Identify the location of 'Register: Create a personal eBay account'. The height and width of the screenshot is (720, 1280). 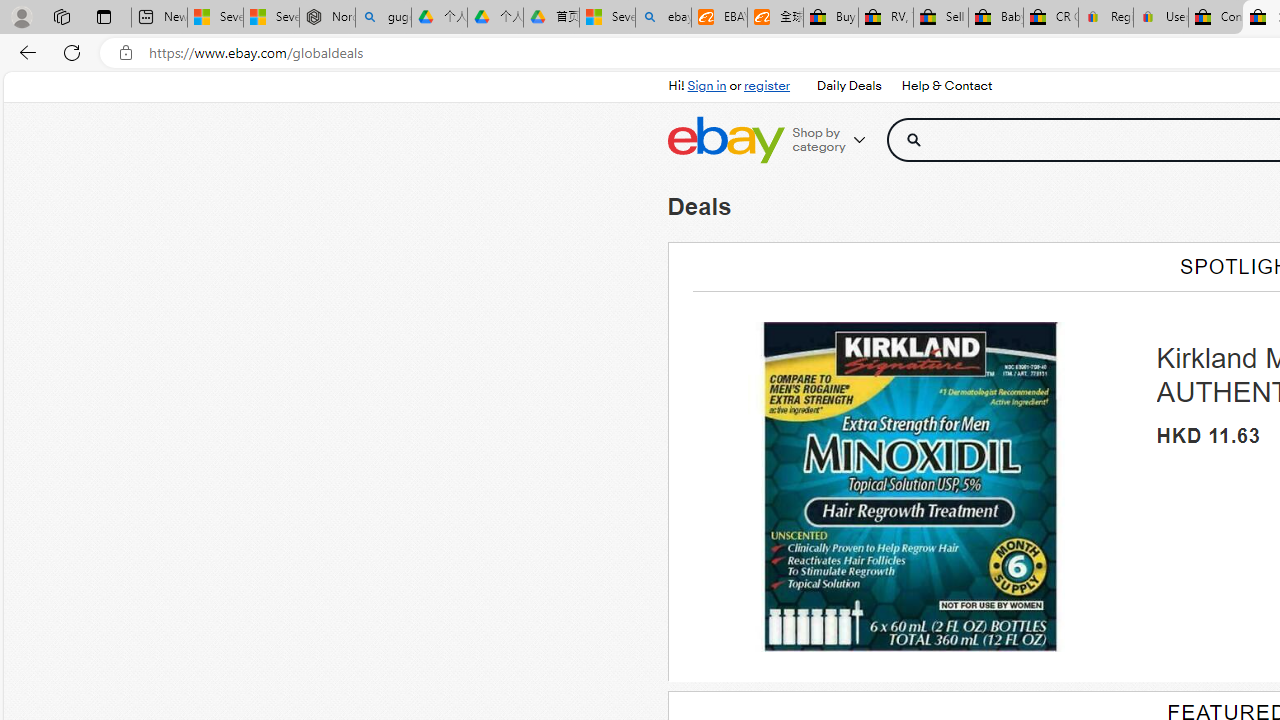
(1104, 17).